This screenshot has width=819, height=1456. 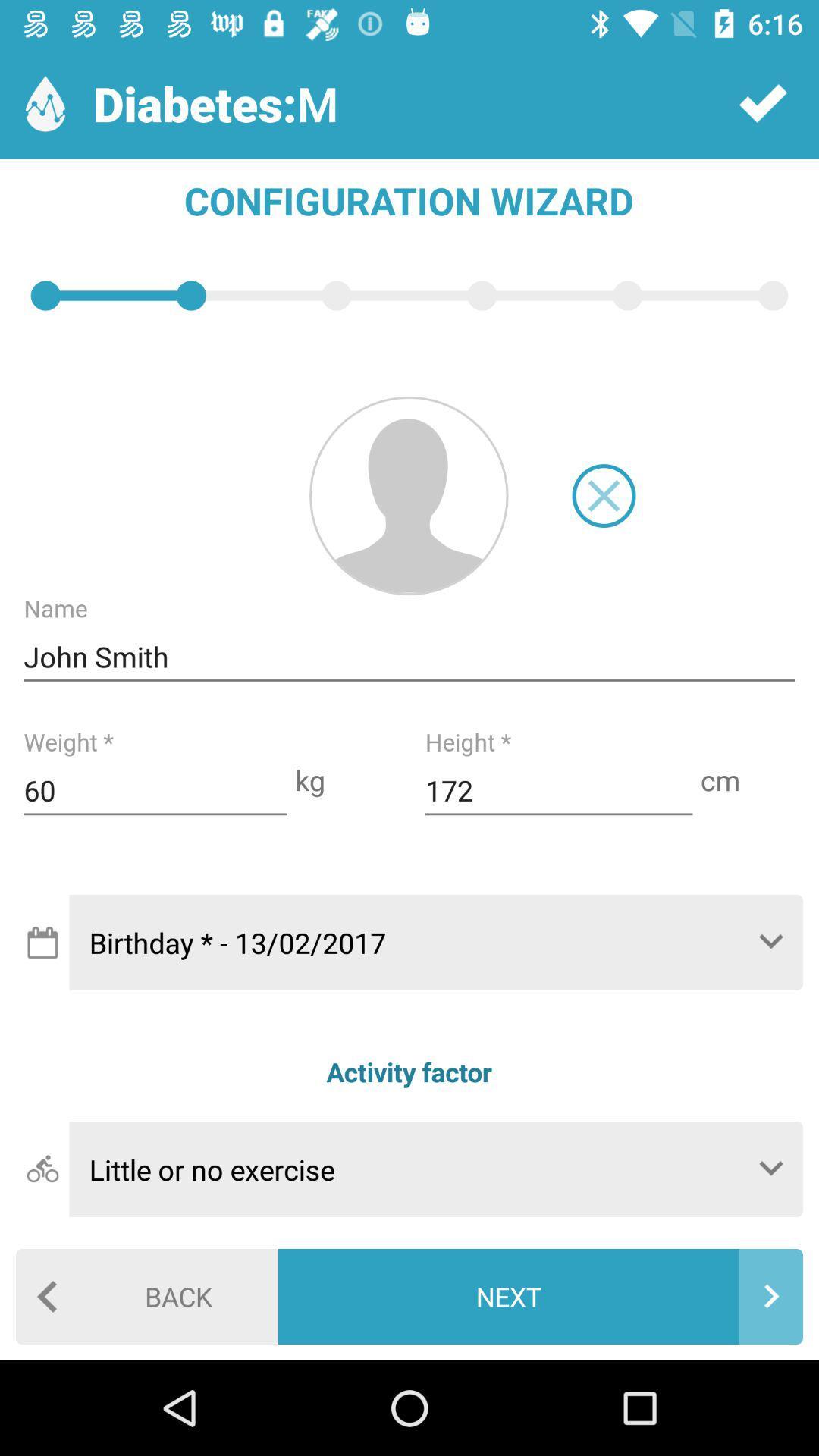 What do you see at coordinates (603, 495) in the screenshot?
I see `the close icon` at bounding box center [603, 495].